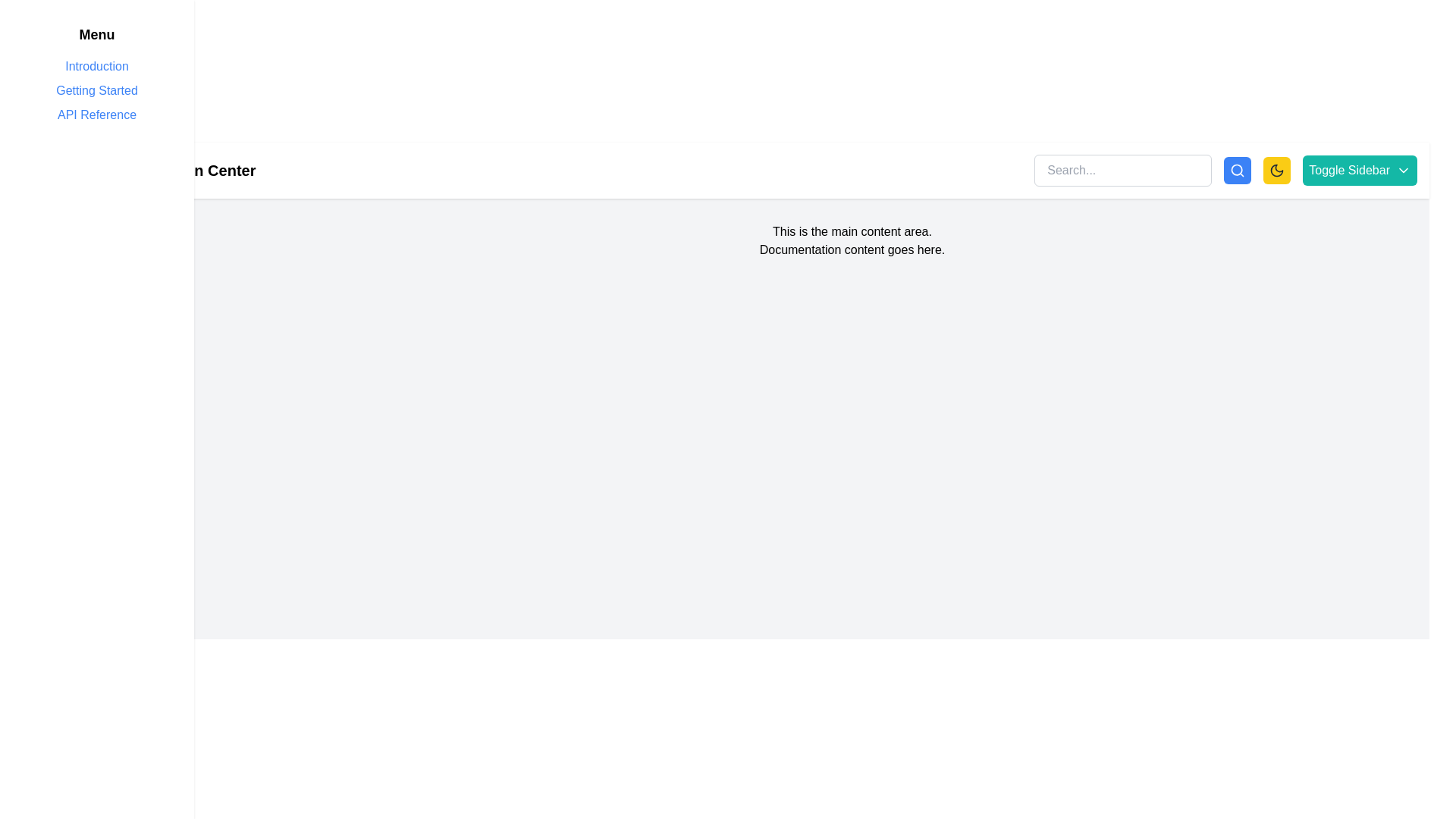 The image size is (1456, 819). Describe the element at coordinates (96, 66) in the screenshot. I see `the 'Introduction' text link located at the top-left corner of the sidebar menu, which serves as a navigation link to the documentation section` at that location.